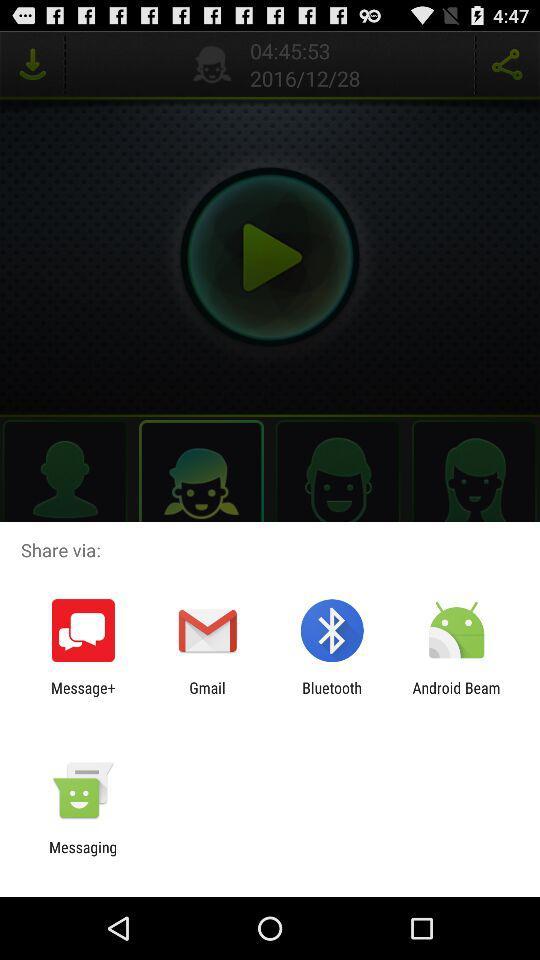  Describe the element at coordinates (206, 696) in the screenshot. I see `app to the right of message+ icon` at that location.